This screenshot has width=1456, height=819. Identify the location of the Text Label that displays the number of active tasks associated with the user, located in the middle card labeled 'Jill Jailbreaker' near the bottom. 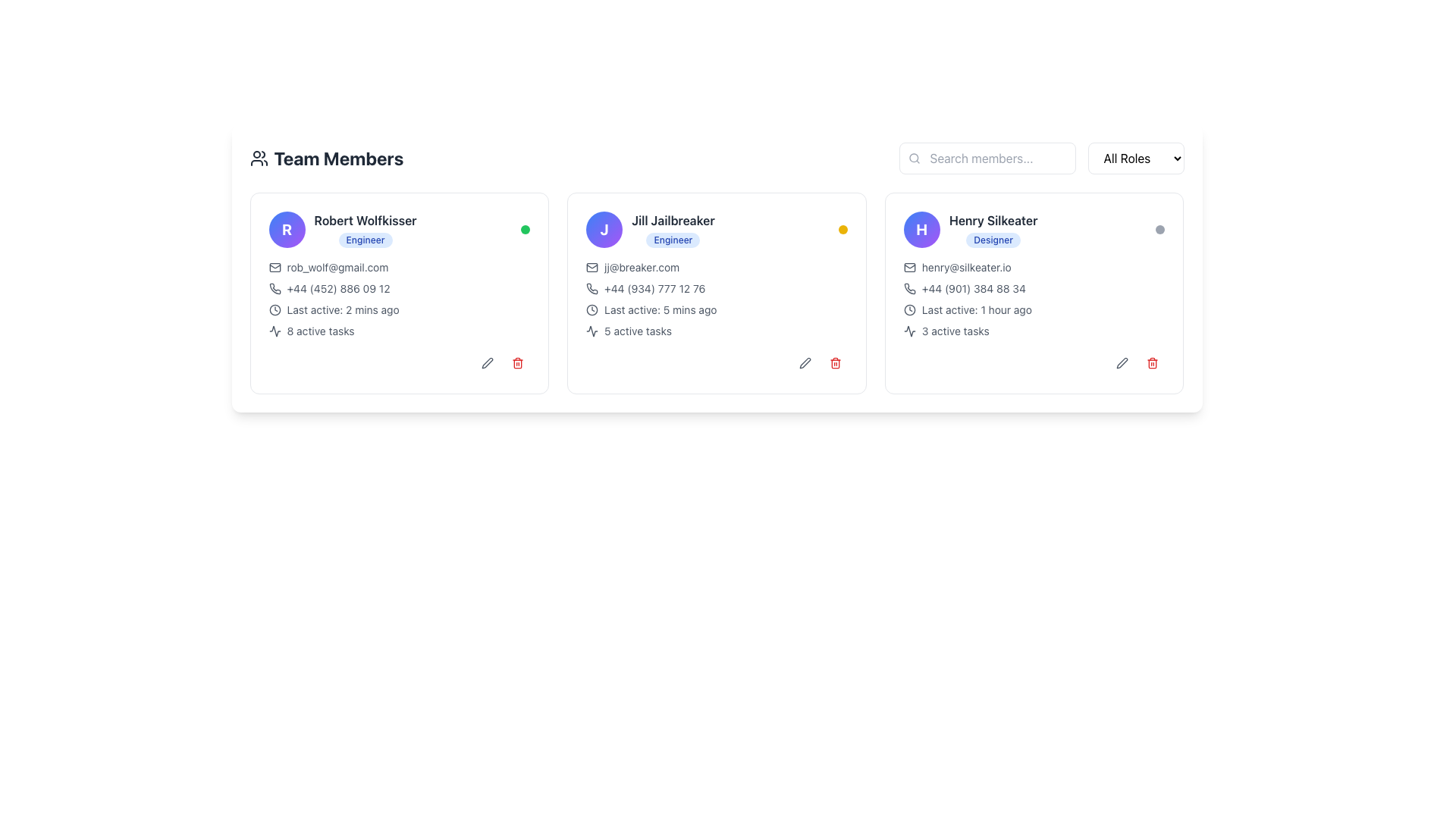
(638, 330).